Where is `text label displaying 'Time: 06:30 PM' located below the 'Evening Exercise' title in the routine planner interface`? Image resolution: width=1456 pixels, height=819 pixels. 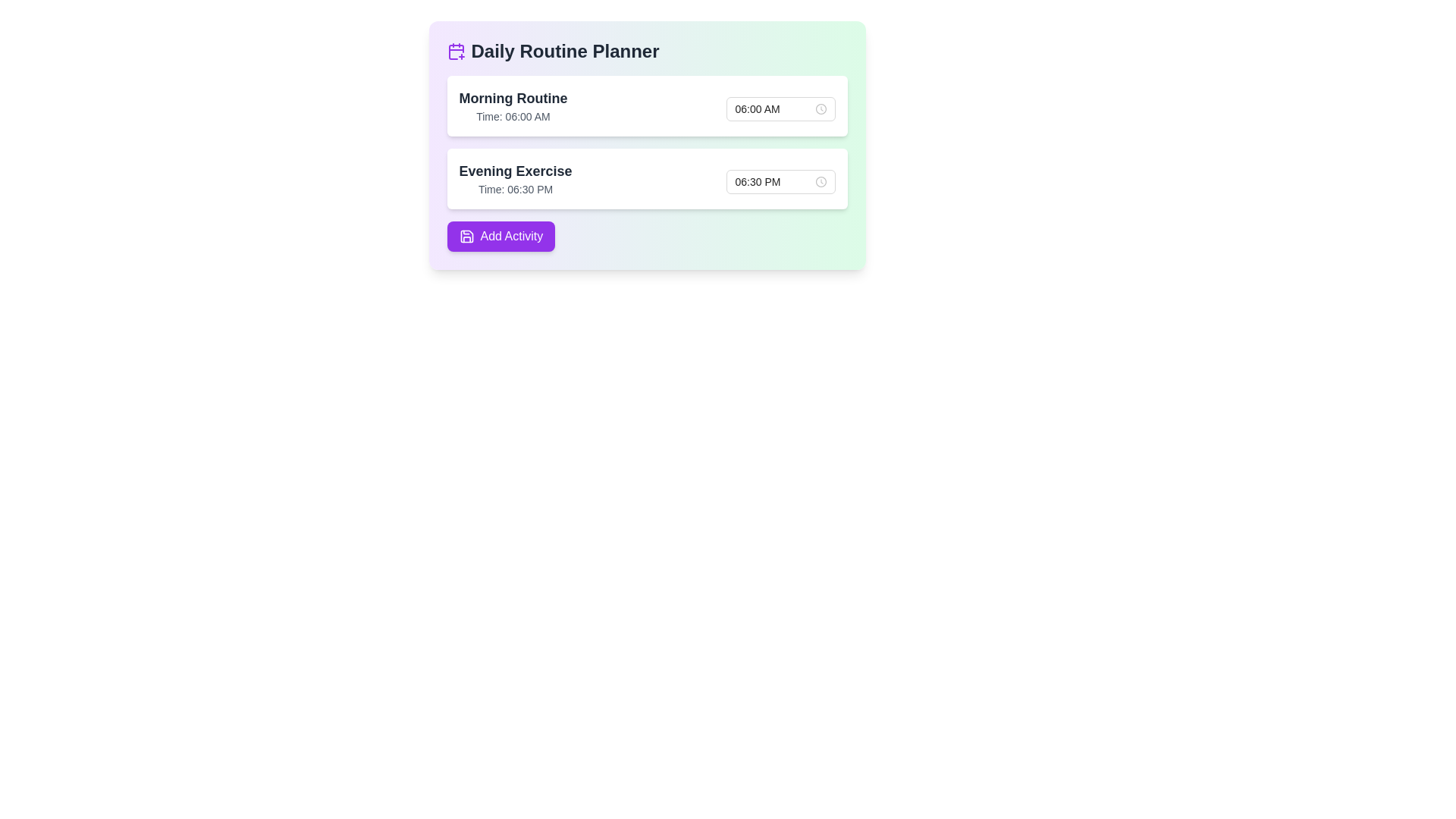 text label displaying 'Time: 06:30 PM' located below the 'Evening Exercise' title in the routine planner interface is located at coordinates (516, 189).